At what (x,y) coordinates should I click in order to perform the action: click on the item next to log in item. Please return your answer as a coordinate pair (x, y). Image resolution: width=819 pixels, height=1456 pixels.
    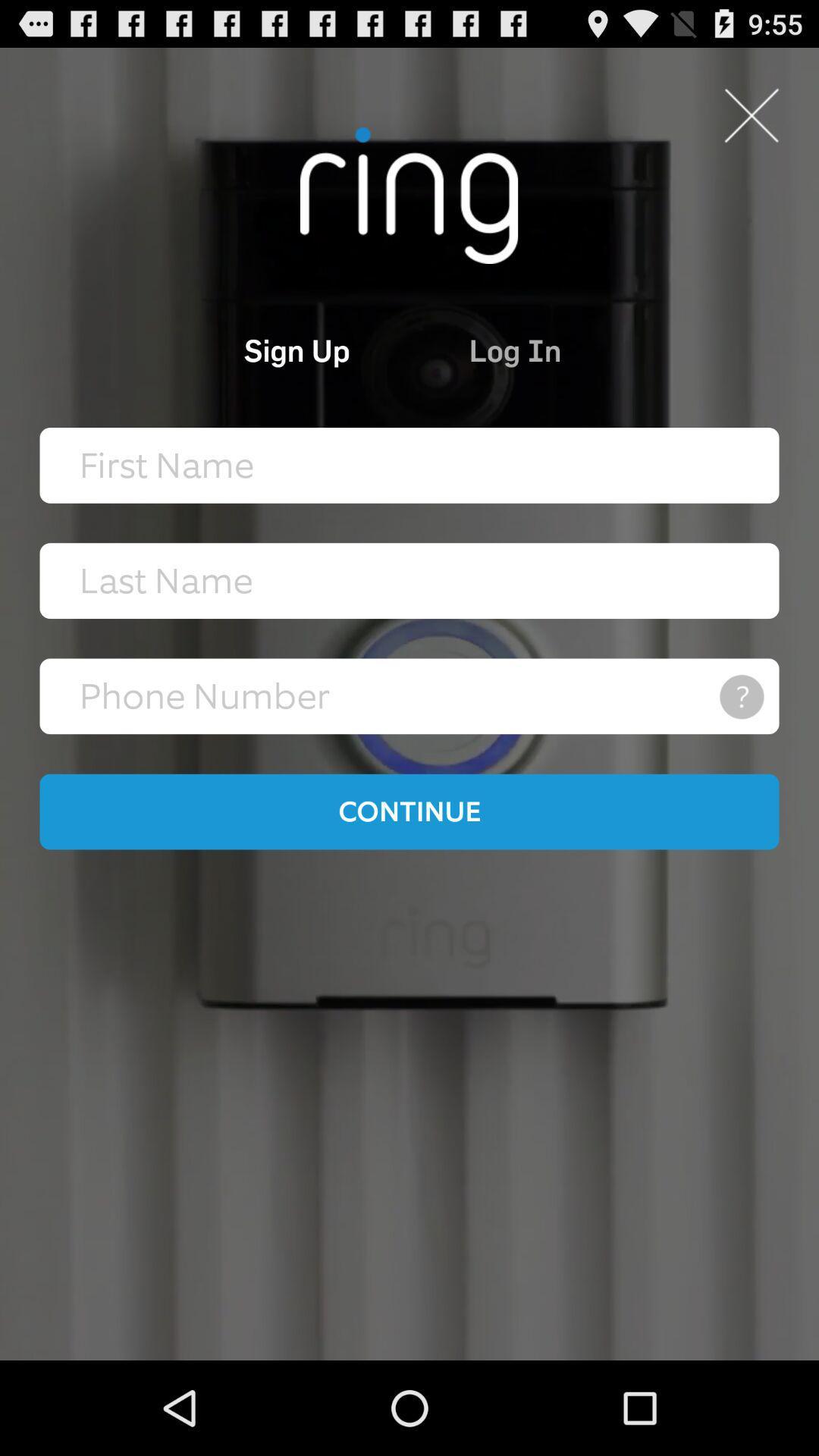
    Looking at the image, I should click on (234, 349).